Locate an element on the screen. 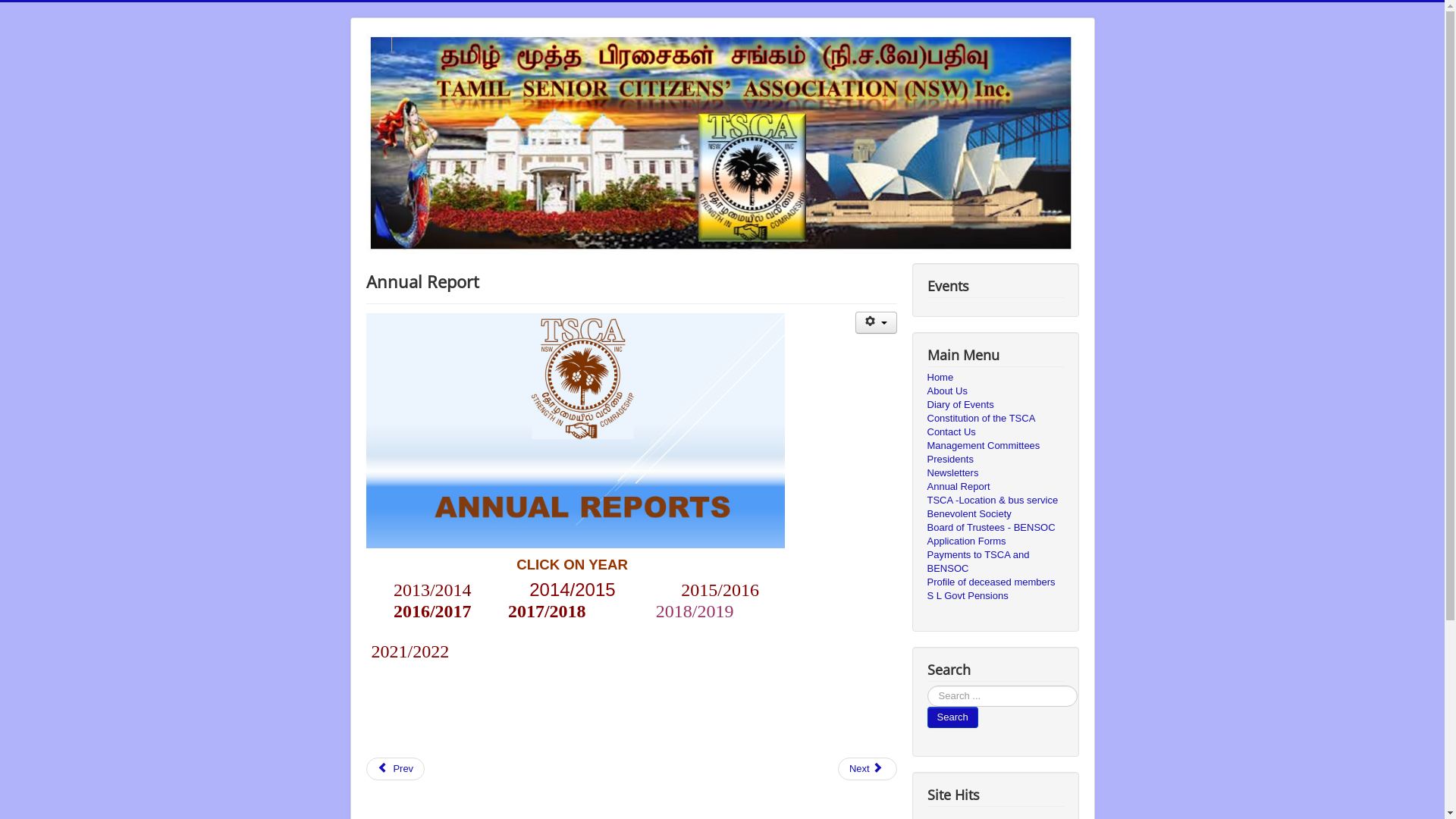 Image resolution: width=1456 pixels, height=819 pixels. '2016/2017' is located at coordinates (431, 613).